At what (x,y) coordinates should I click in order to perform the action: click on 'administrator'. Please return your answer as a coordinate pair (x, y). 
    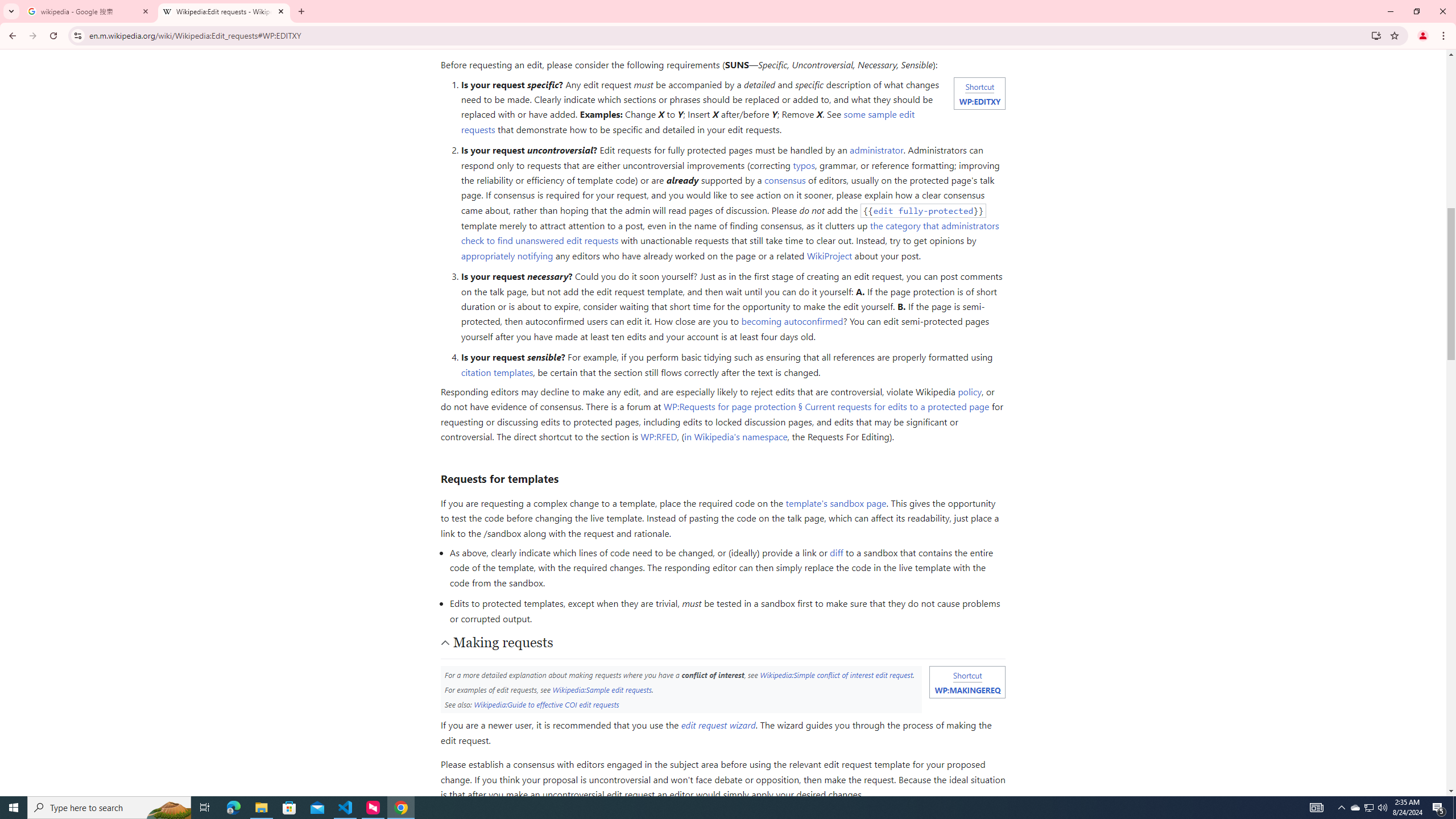
    Looking at the image, I should click on (876, 150).